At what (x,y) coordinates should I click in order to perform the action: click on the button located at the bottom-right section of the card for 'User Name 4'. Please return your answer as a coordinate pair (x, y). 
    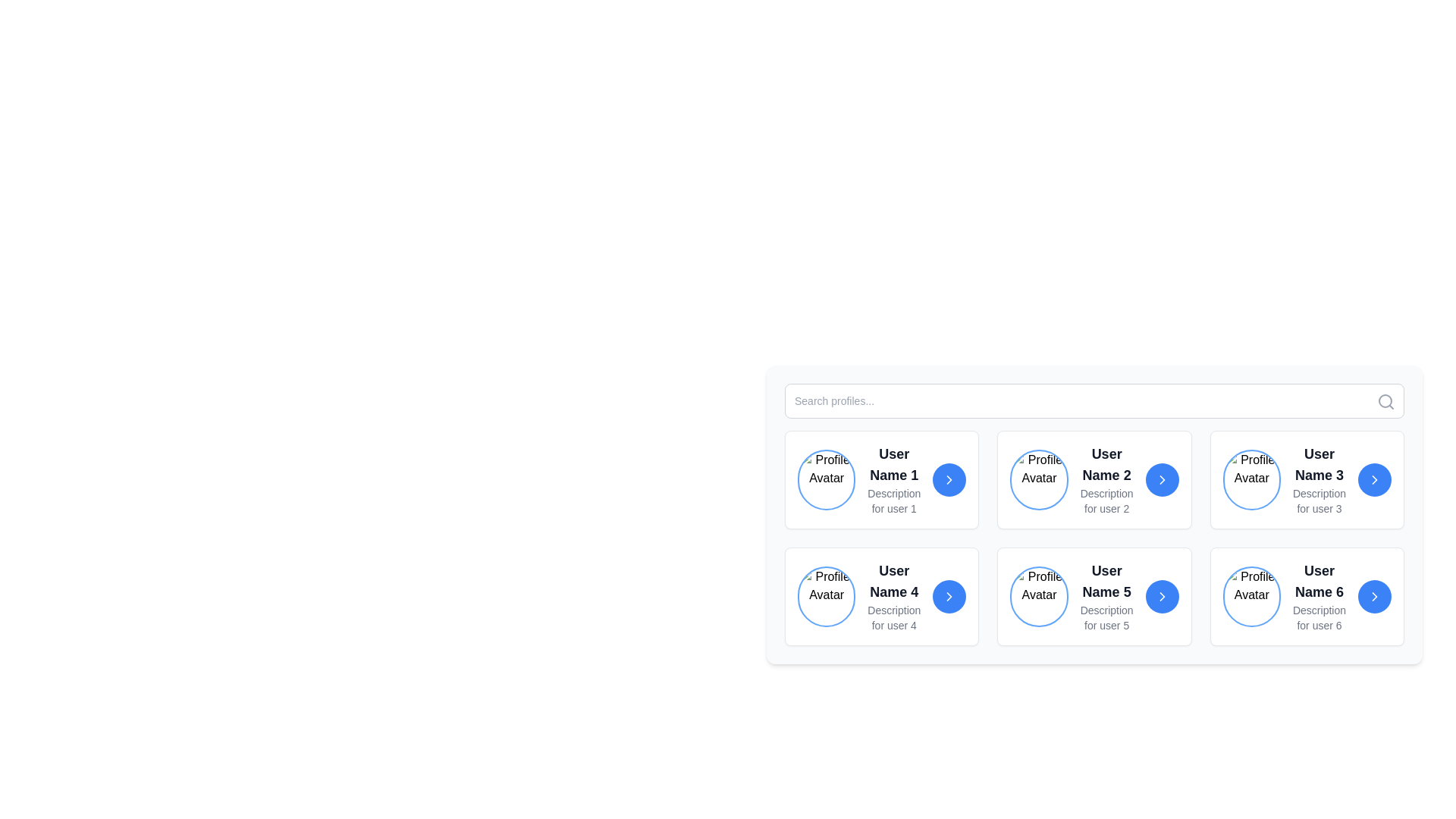
    Looking at the image, I should click on (949, 595).